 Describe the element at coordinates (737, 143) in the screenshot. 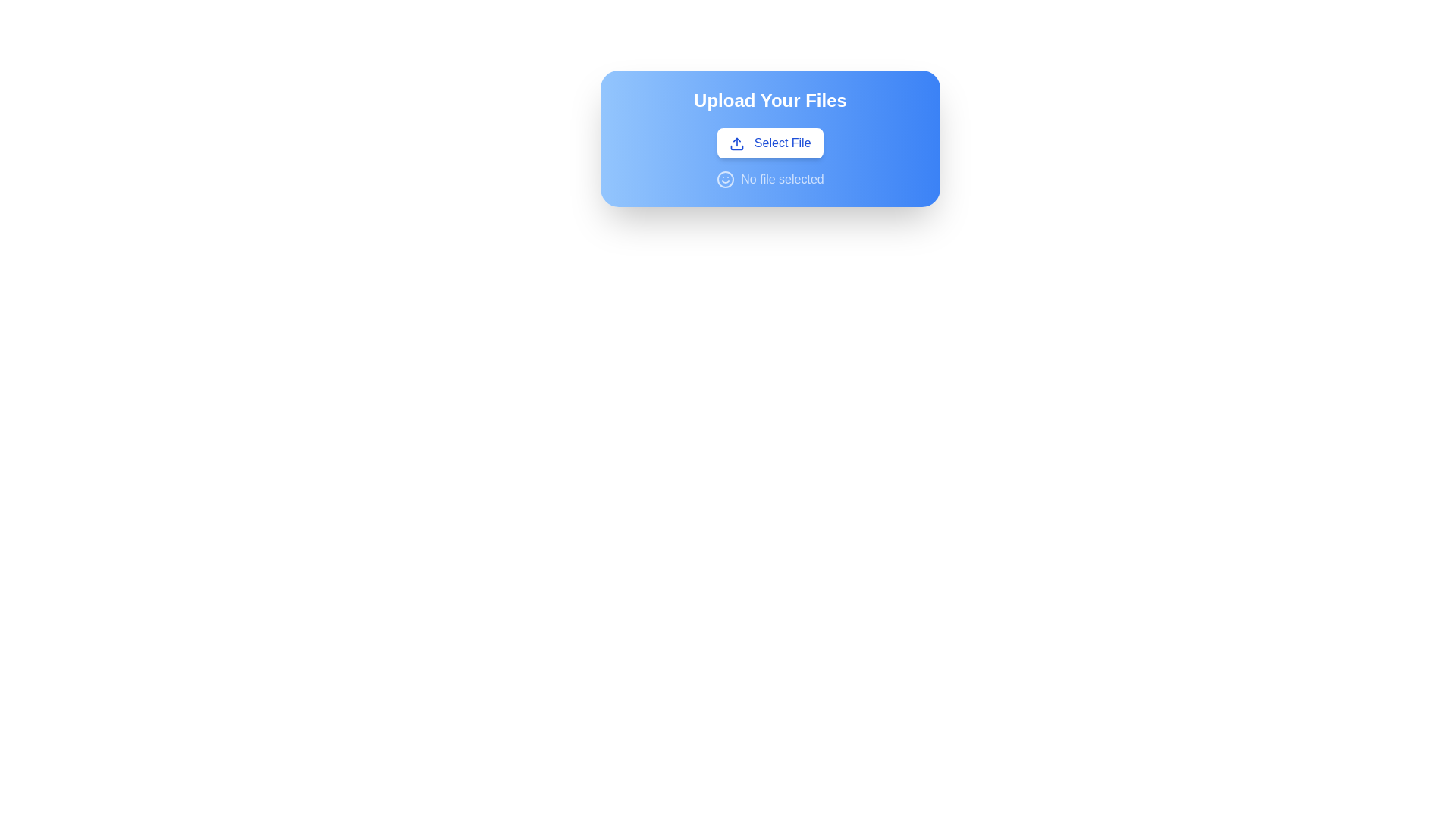

I see `the upload icon, which is a stylized SVG graphic with an upward-pointing arrow, located to the left of the text 'Select File'` at that location.